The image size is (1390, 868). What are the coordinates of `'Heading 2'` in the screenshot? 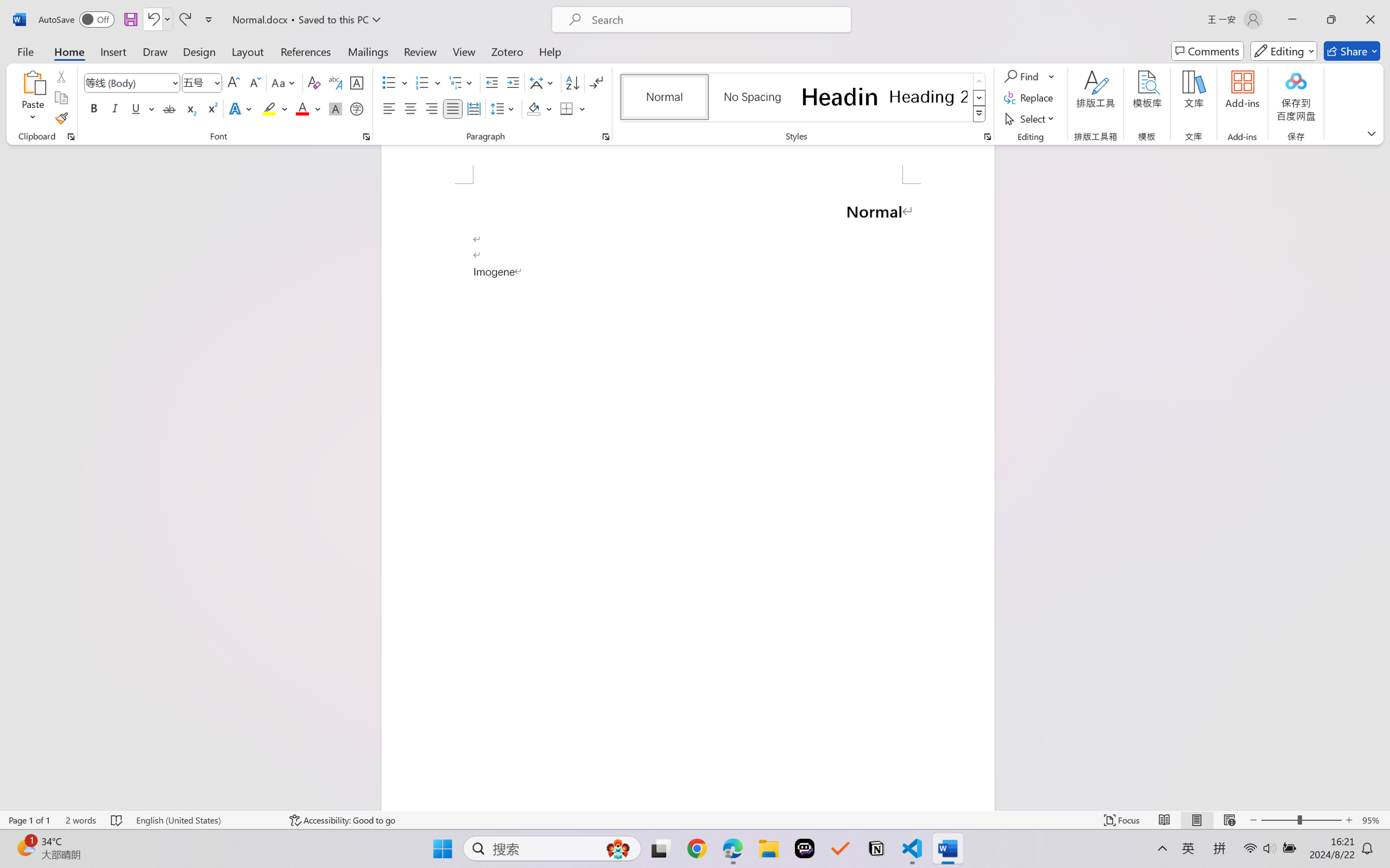 It's located at (928, 96).